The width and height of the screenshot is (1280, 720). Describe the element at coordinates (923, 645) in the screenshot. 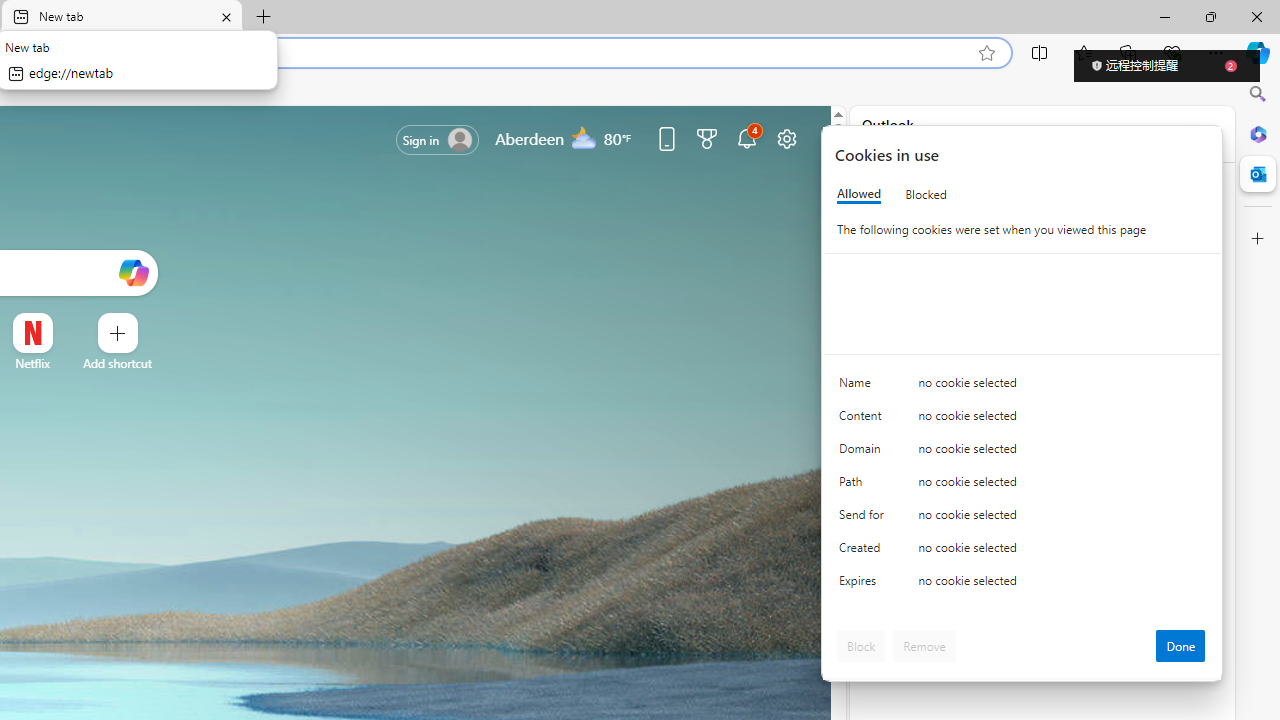

I see `'Remove'` at that location.